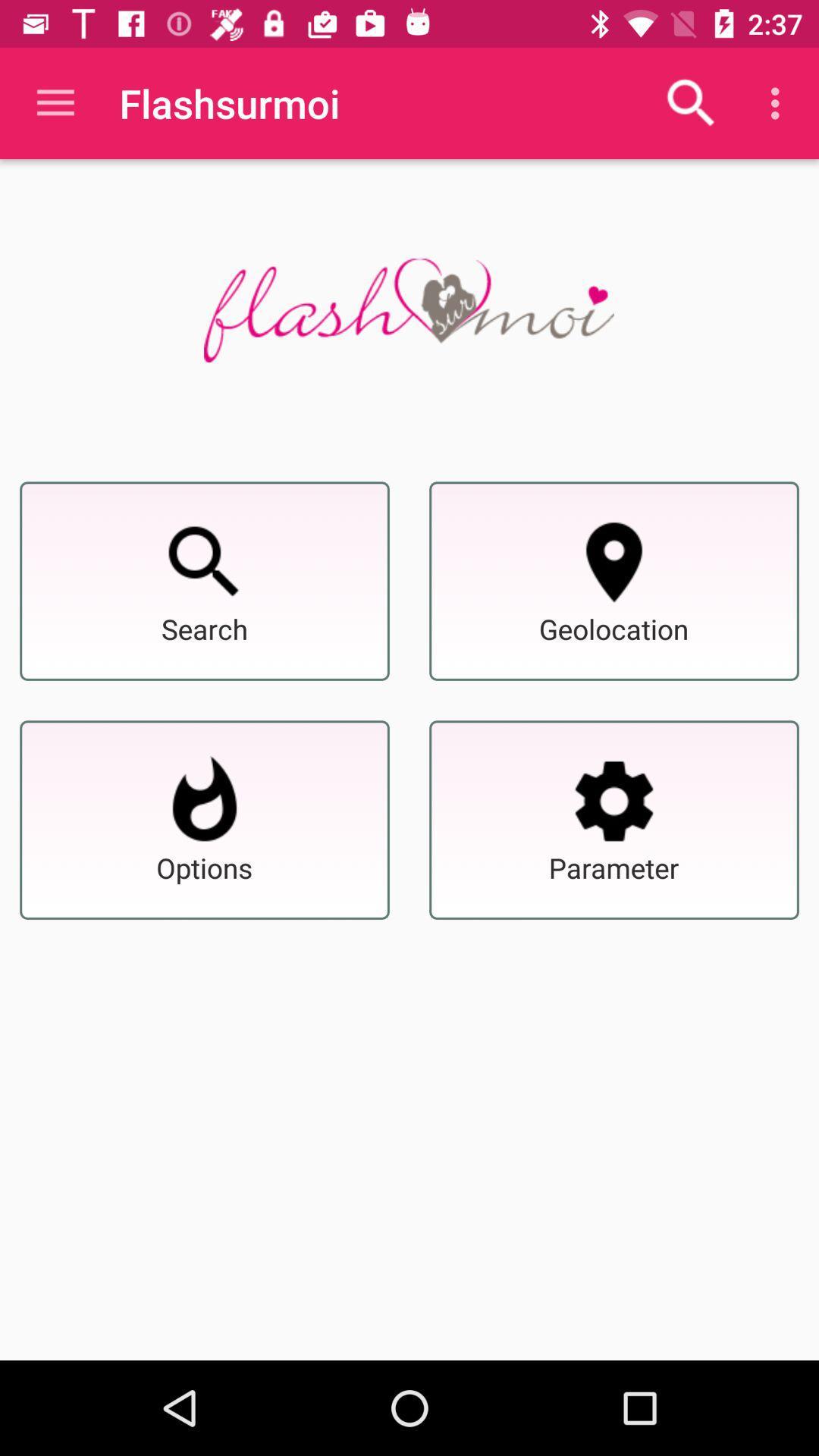 This screenshot has height=1456, width=819. I want to click on the icon which is just below the time, so click(779, 103).